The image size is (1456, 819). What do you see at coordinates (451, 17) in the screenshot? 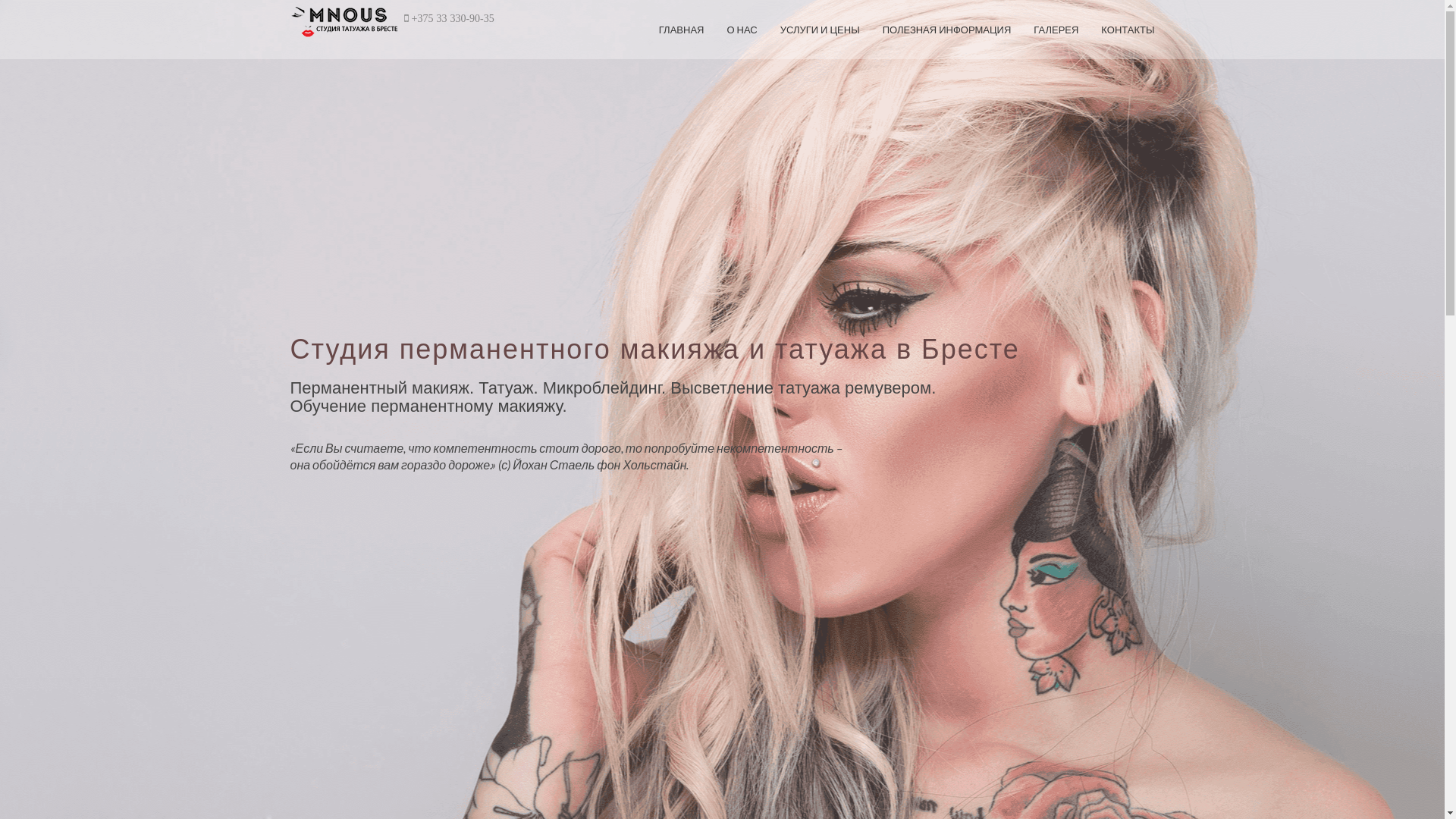
I see `'+375 33 330-90-35'` at bounding box center [451, 17].